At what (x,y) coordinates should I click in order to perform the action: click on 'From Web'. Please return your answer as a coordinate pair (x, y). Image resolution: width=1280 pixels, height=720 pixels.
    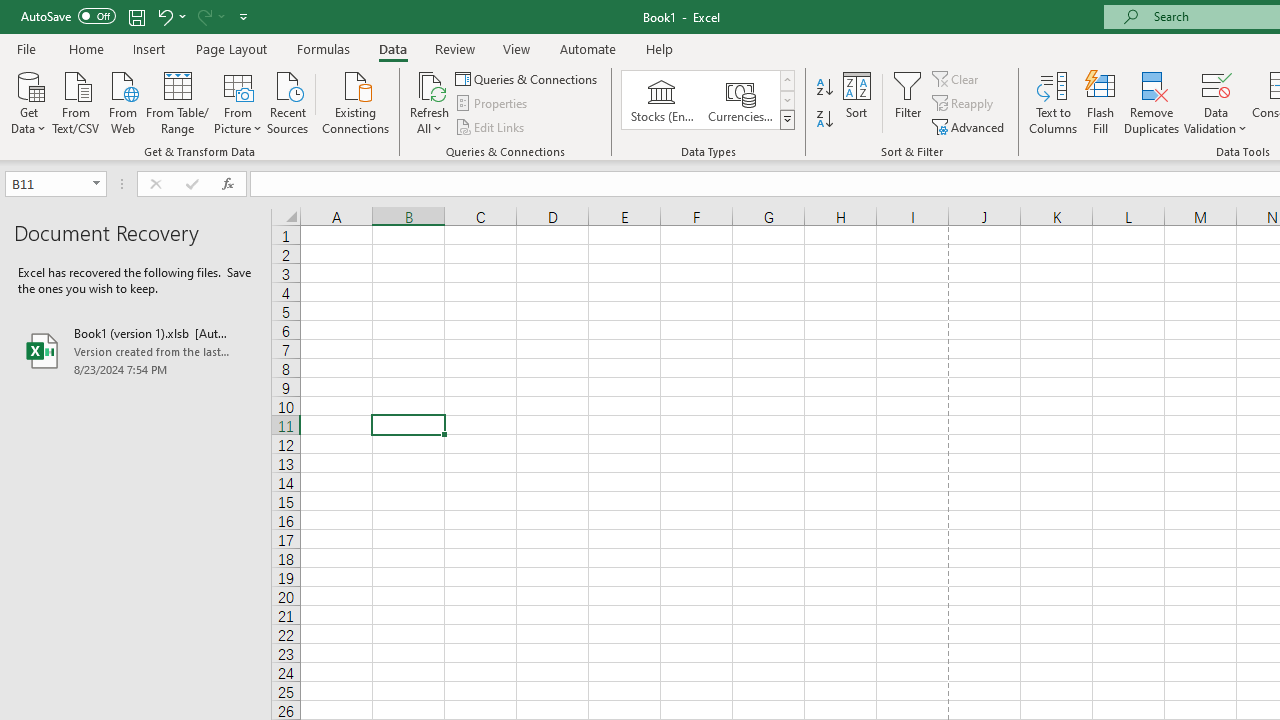
    Looking at the image, I should click on (121, 101).